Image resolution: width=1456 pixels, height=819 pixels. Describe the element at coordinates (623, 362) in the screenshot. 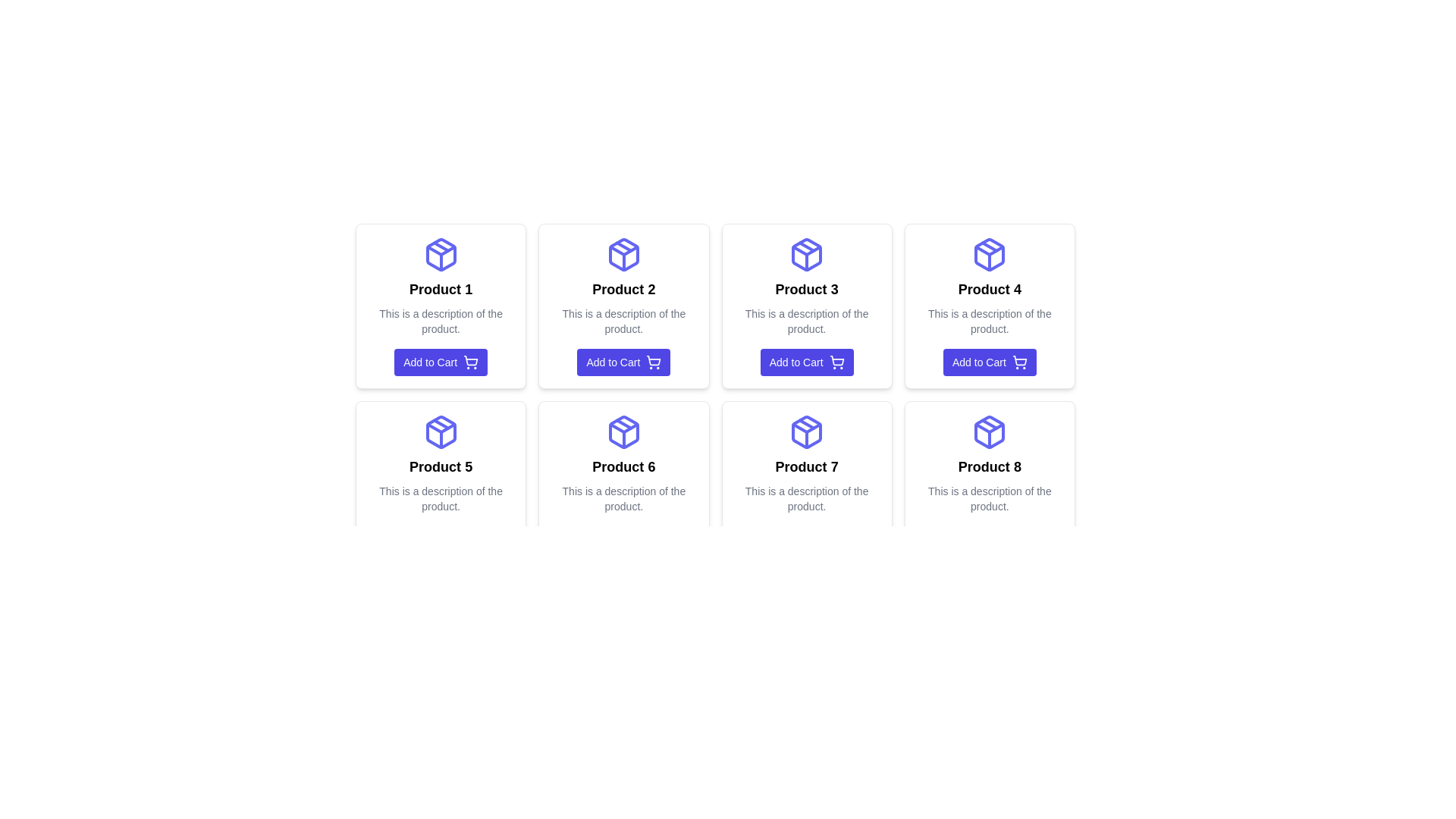

I see `the 'Add to Cart' button for 'Product 2' located at the bottom center of the product card` at that location.